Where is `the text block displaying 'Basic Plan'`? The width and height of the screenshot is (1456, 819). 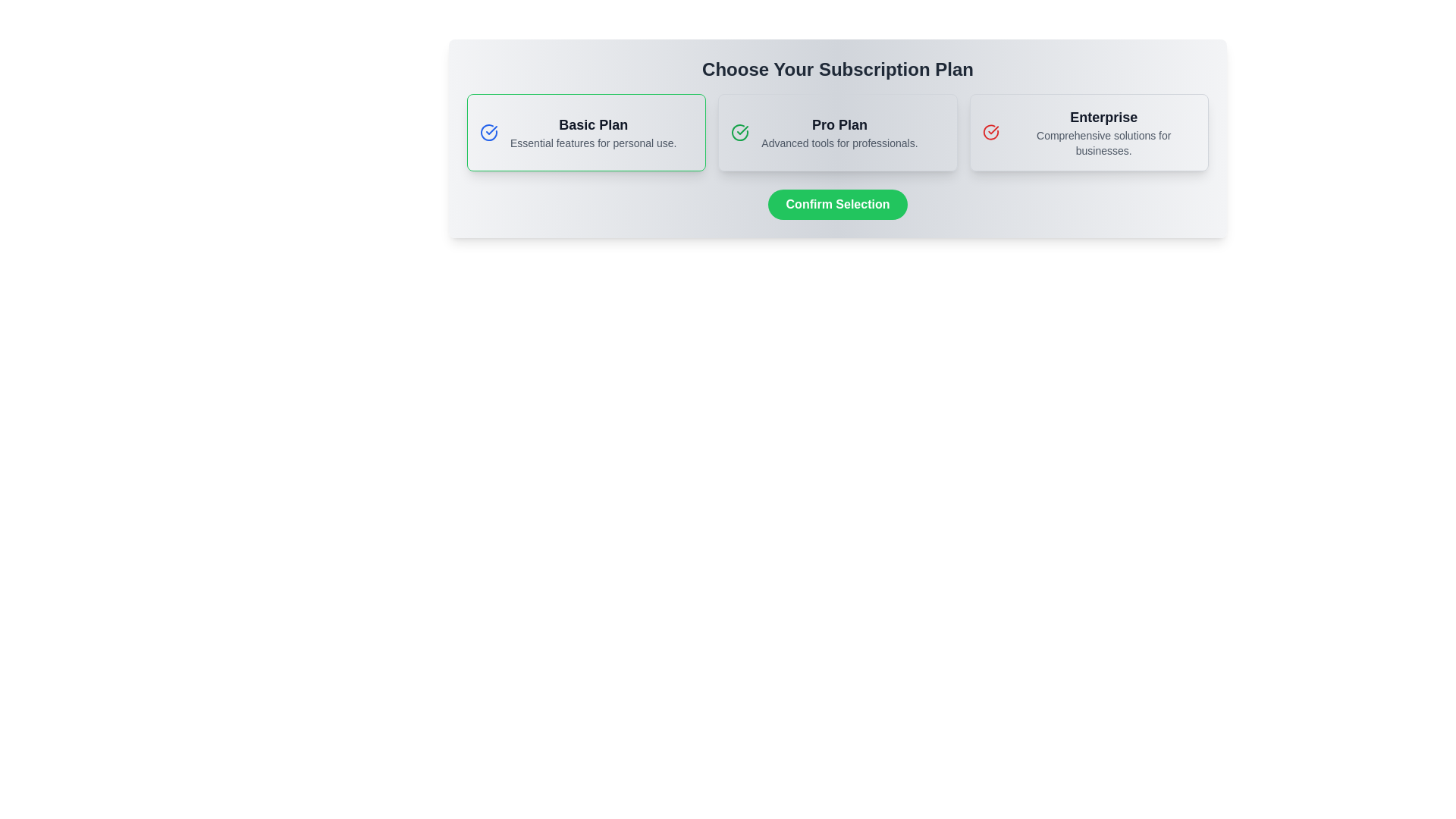
the text block displaying 'Basic Plan' is located at coordinates (592, 131).